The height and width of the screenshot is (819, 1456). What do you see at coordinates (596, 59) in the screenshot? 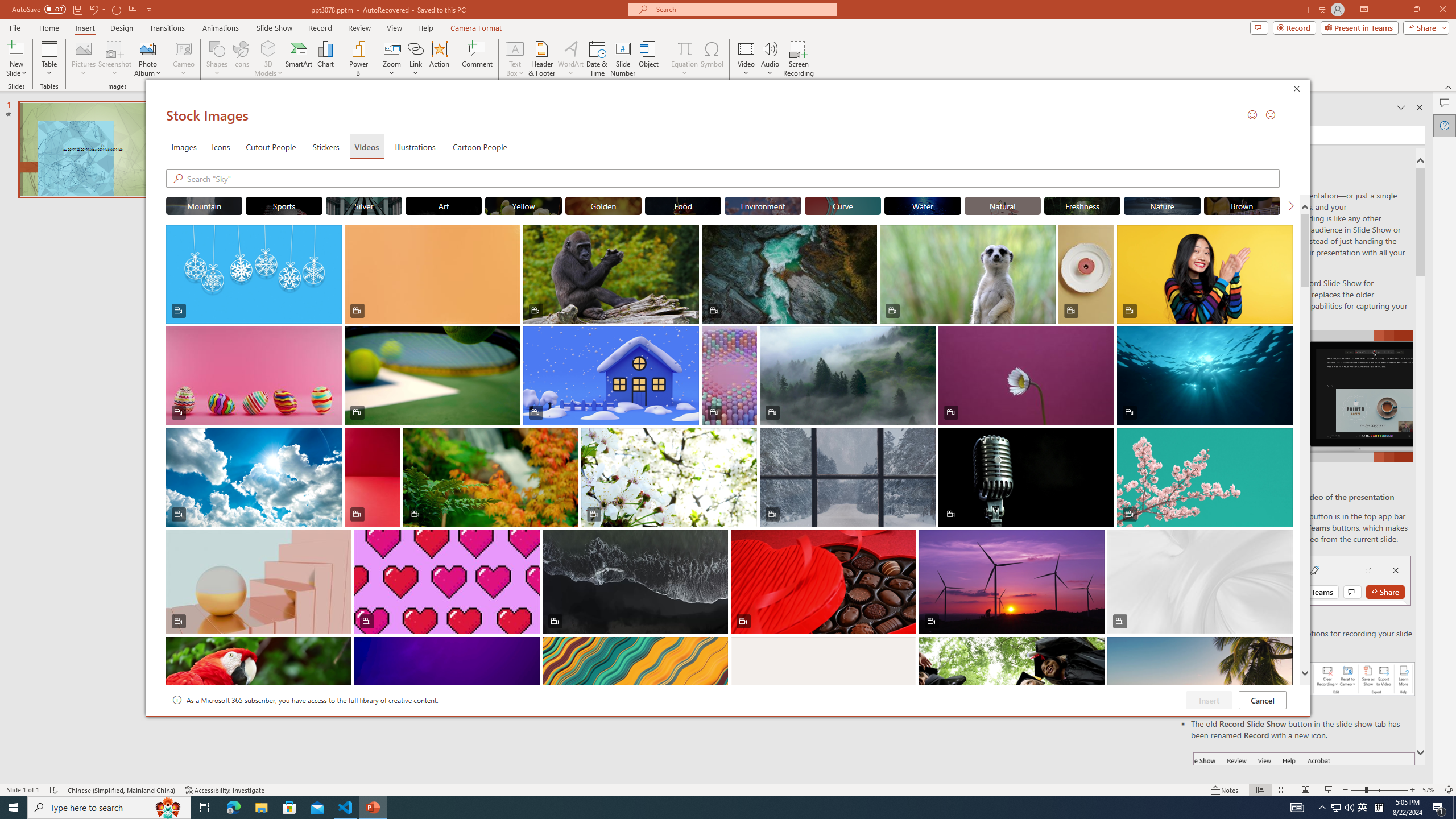
I see `'Date & Time...'` at bounding box center [596, 59].